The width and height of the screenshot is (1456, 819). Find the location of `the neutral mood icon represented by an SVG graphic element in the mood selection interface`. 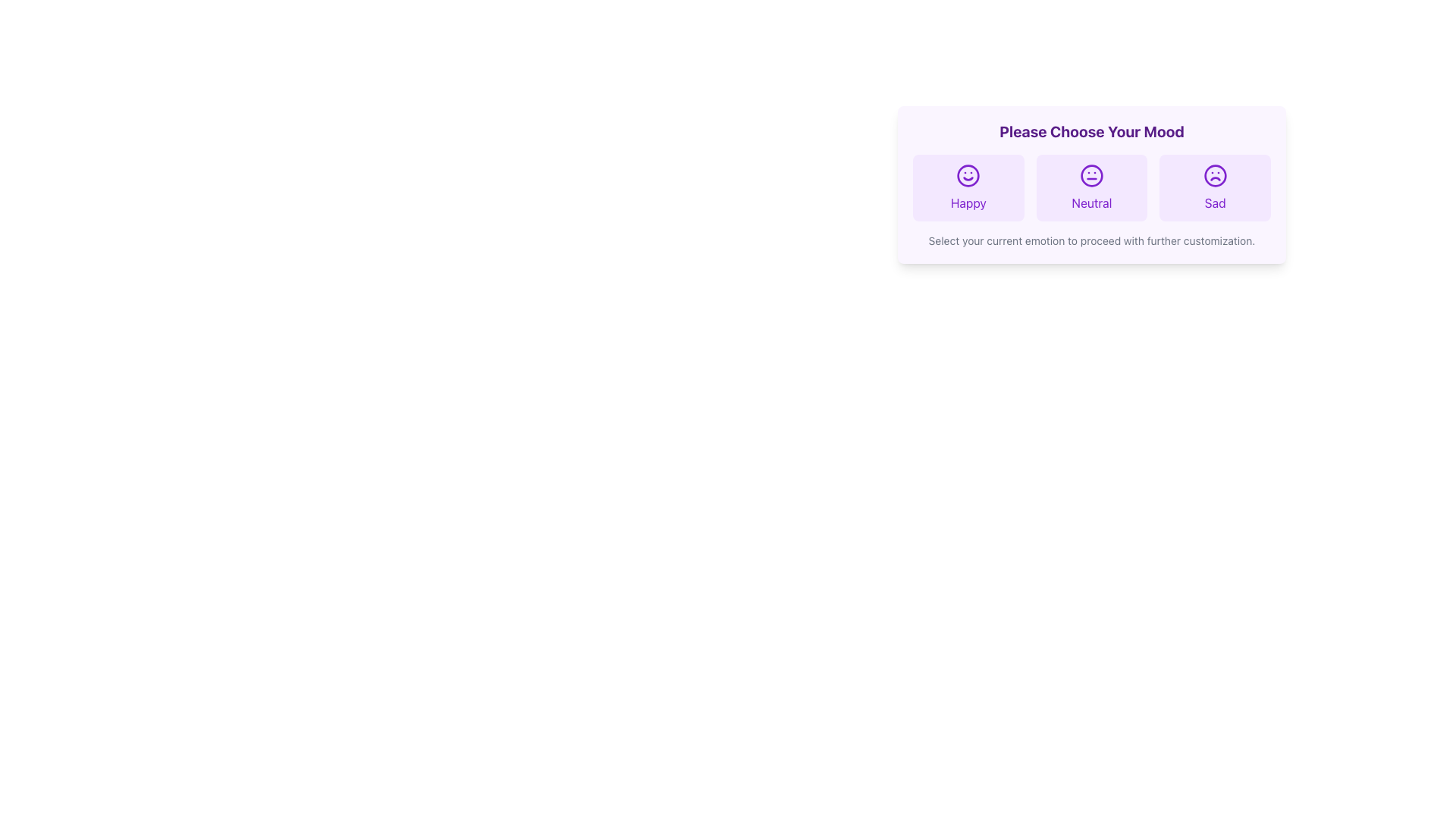

the neutral mood icon represented by an SVG graphic element in the mood selection interface is located at coordinates (1092, 174).